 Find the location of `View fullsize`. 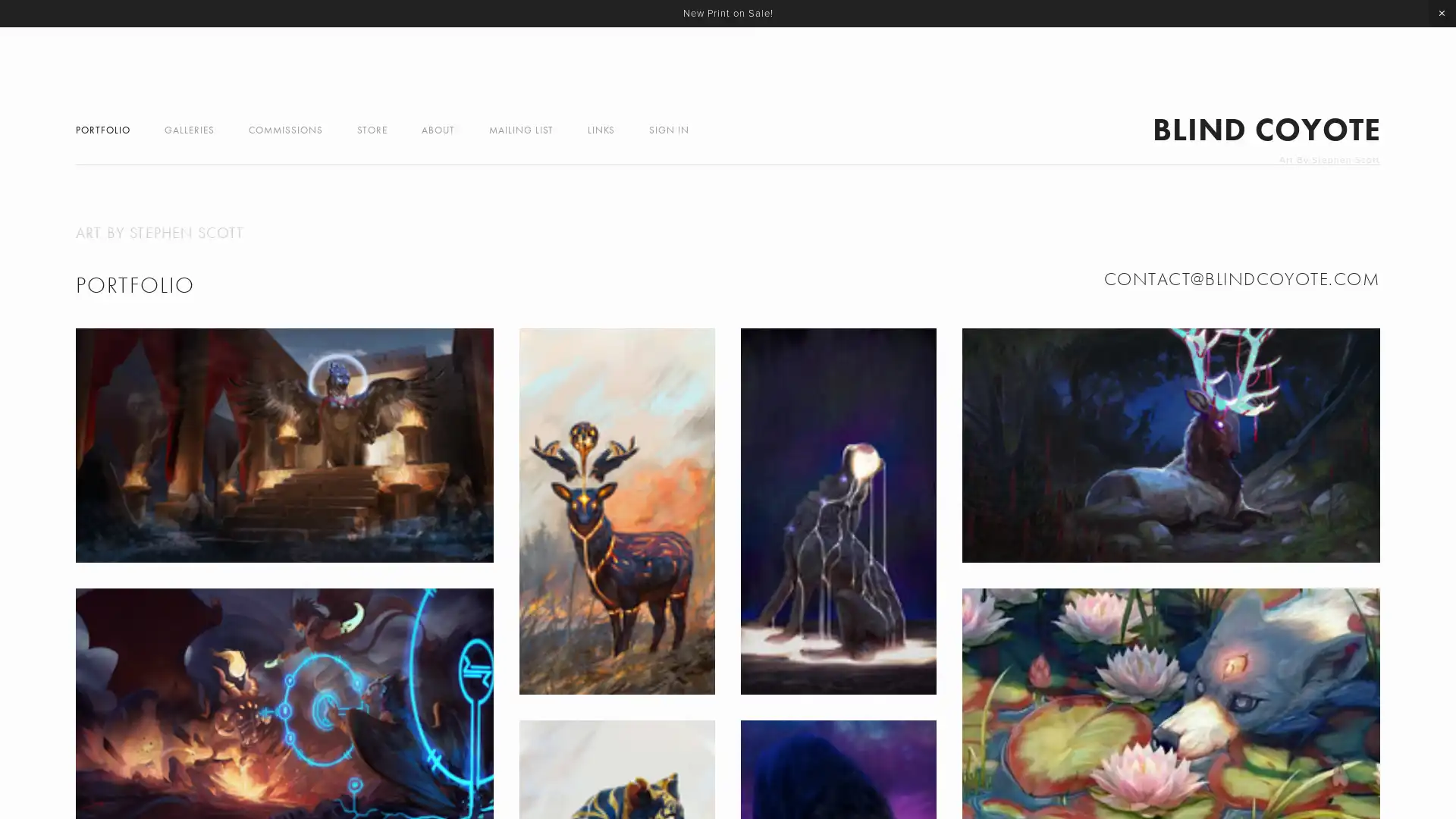

View fullsize is located at coordinates (1170, 444).